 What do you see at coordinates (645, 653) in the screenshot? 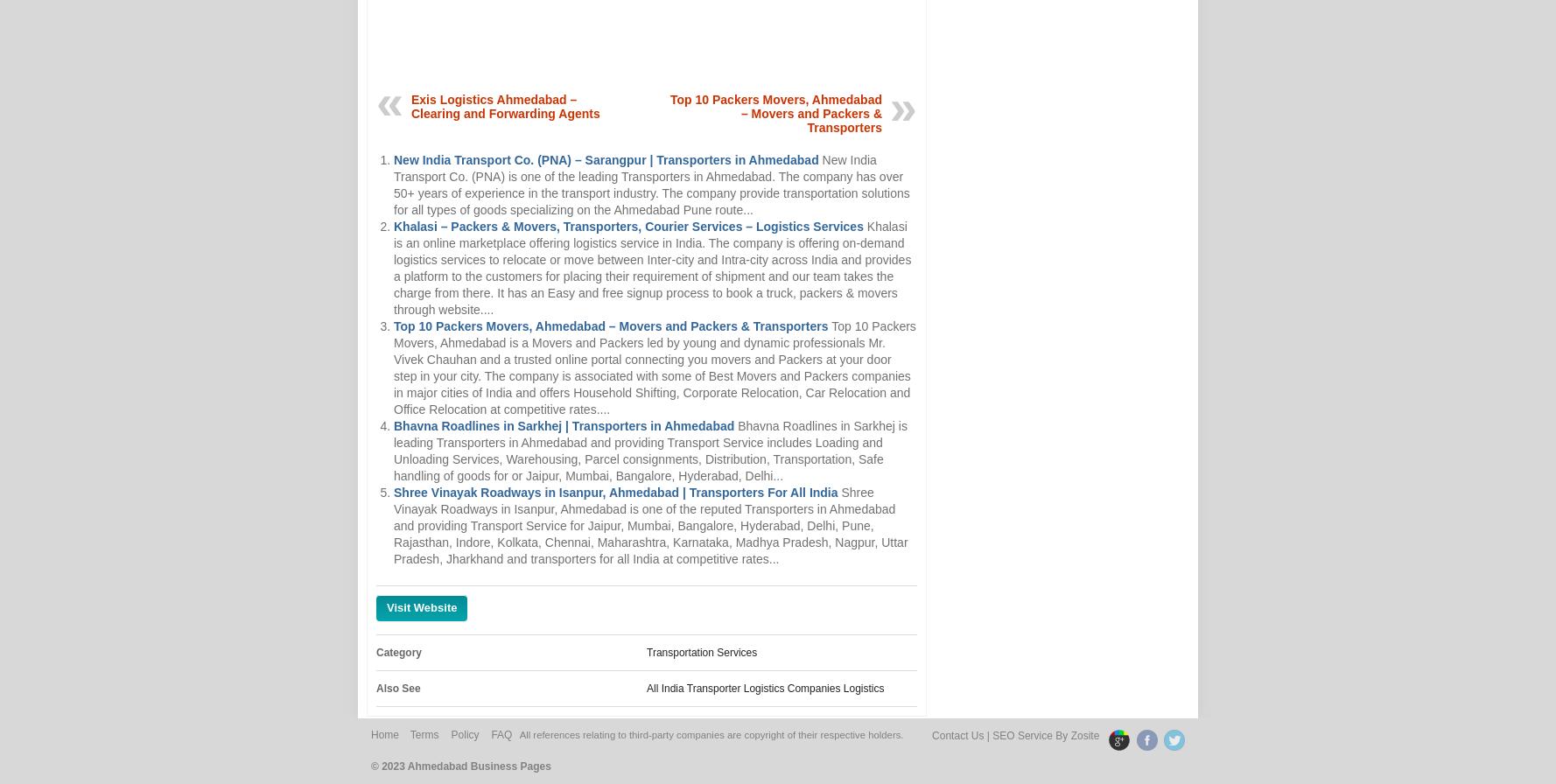
I see `'Transportation Services'` at bounding box center [645, 653].